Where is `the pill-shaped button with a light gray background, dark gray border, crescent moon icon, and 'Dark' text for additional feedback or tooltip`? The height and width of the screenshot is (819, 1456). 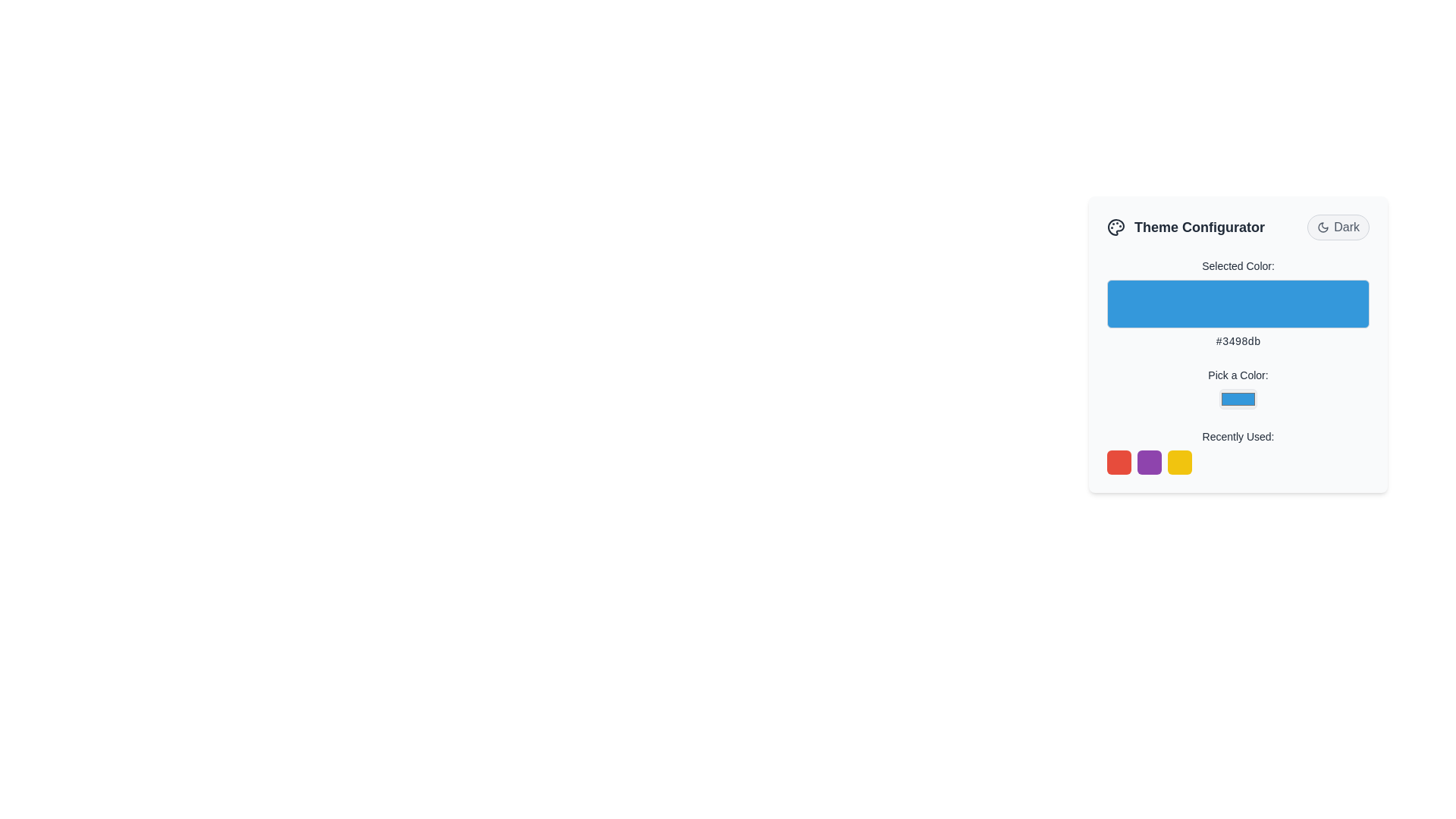
the pill-shaped button with a light gray background, dark gray border, crescent moon icon, and 'Dark' text for additional feedback or tooltip is located at coordinates (1338, 227).